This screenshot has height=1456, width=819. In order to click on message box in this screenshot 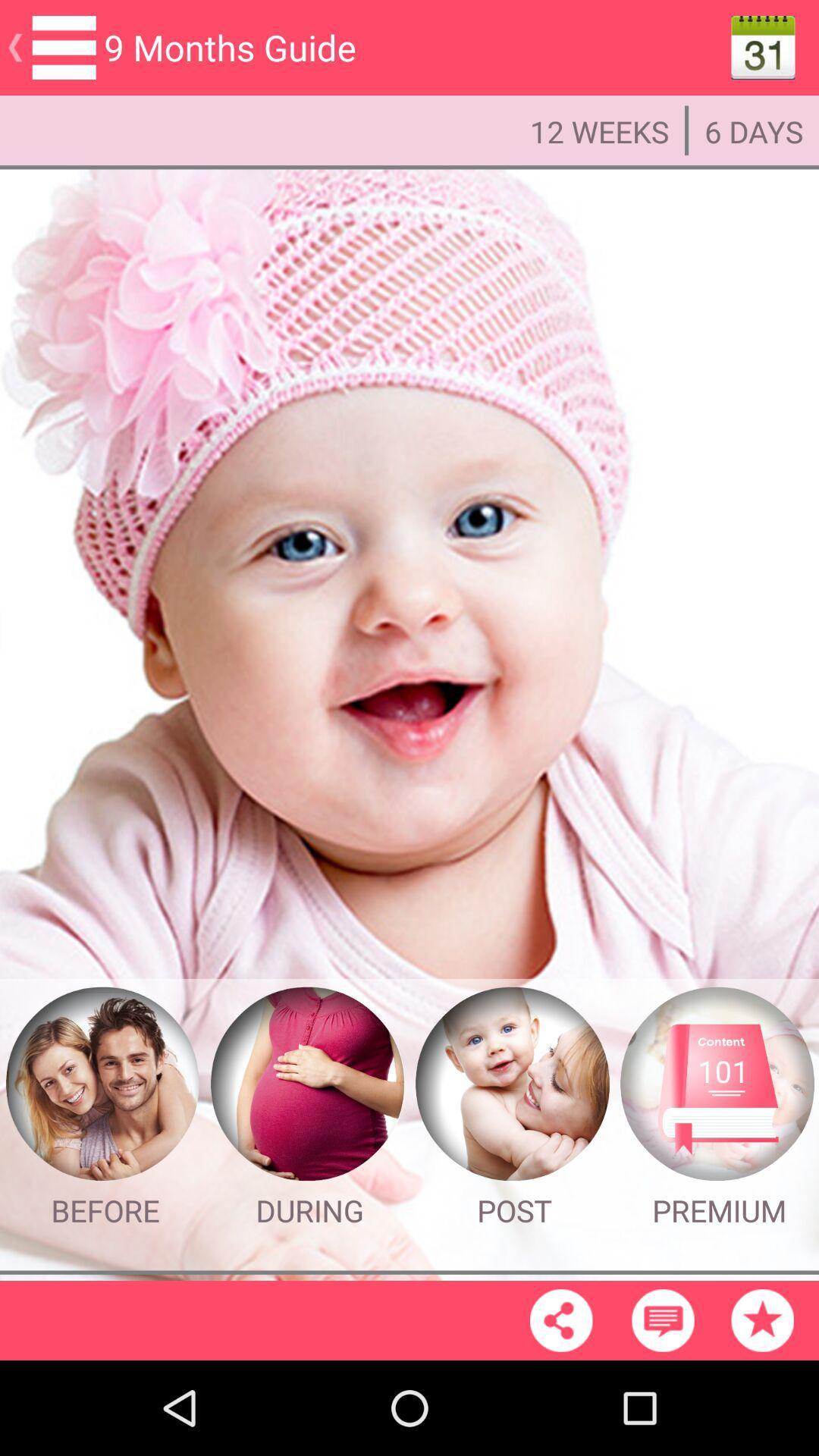, I will do `click(662, 1319)`.